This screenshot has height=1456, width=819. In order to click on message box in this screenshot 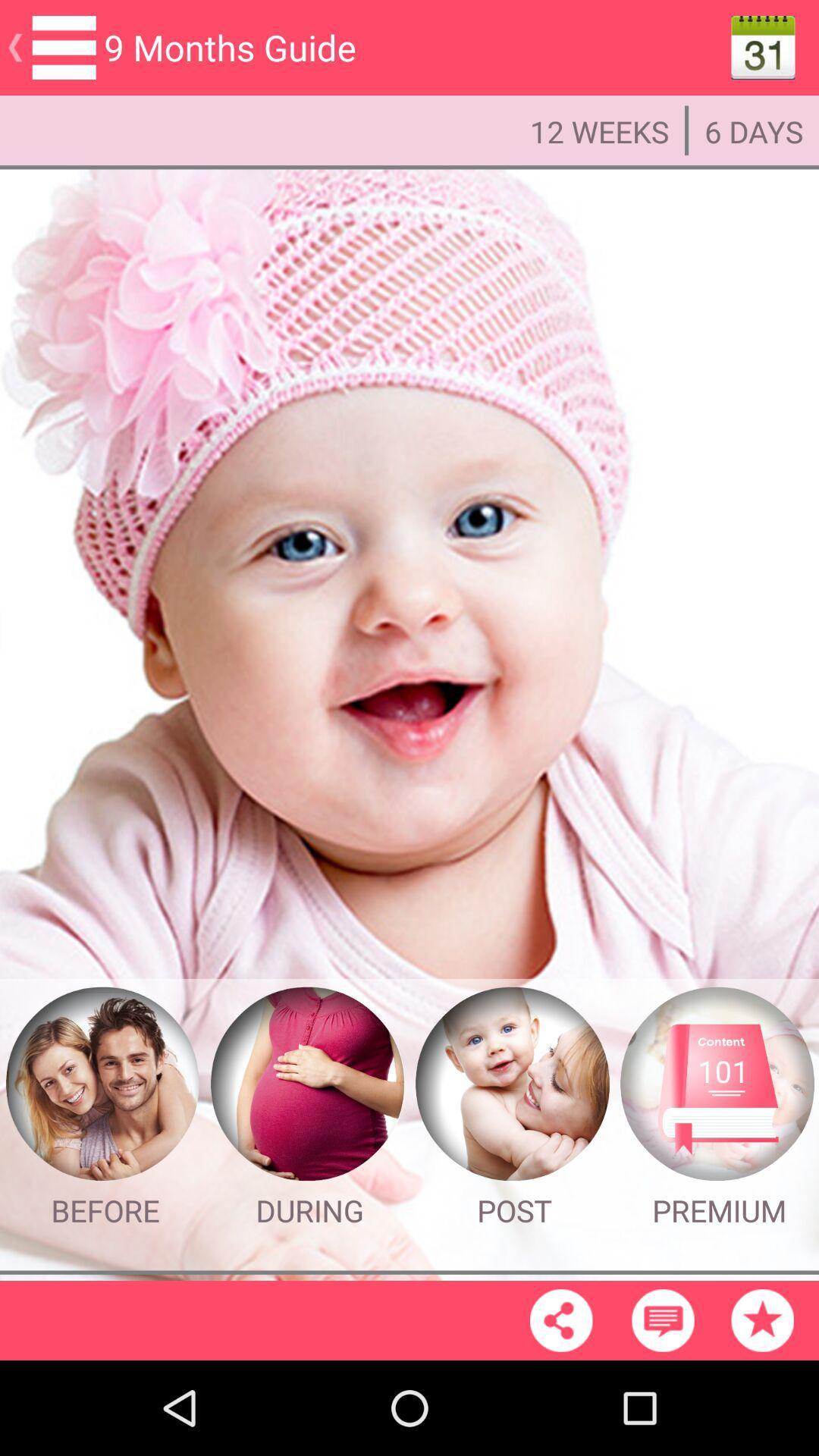, I will do `click(662, 1319)`.